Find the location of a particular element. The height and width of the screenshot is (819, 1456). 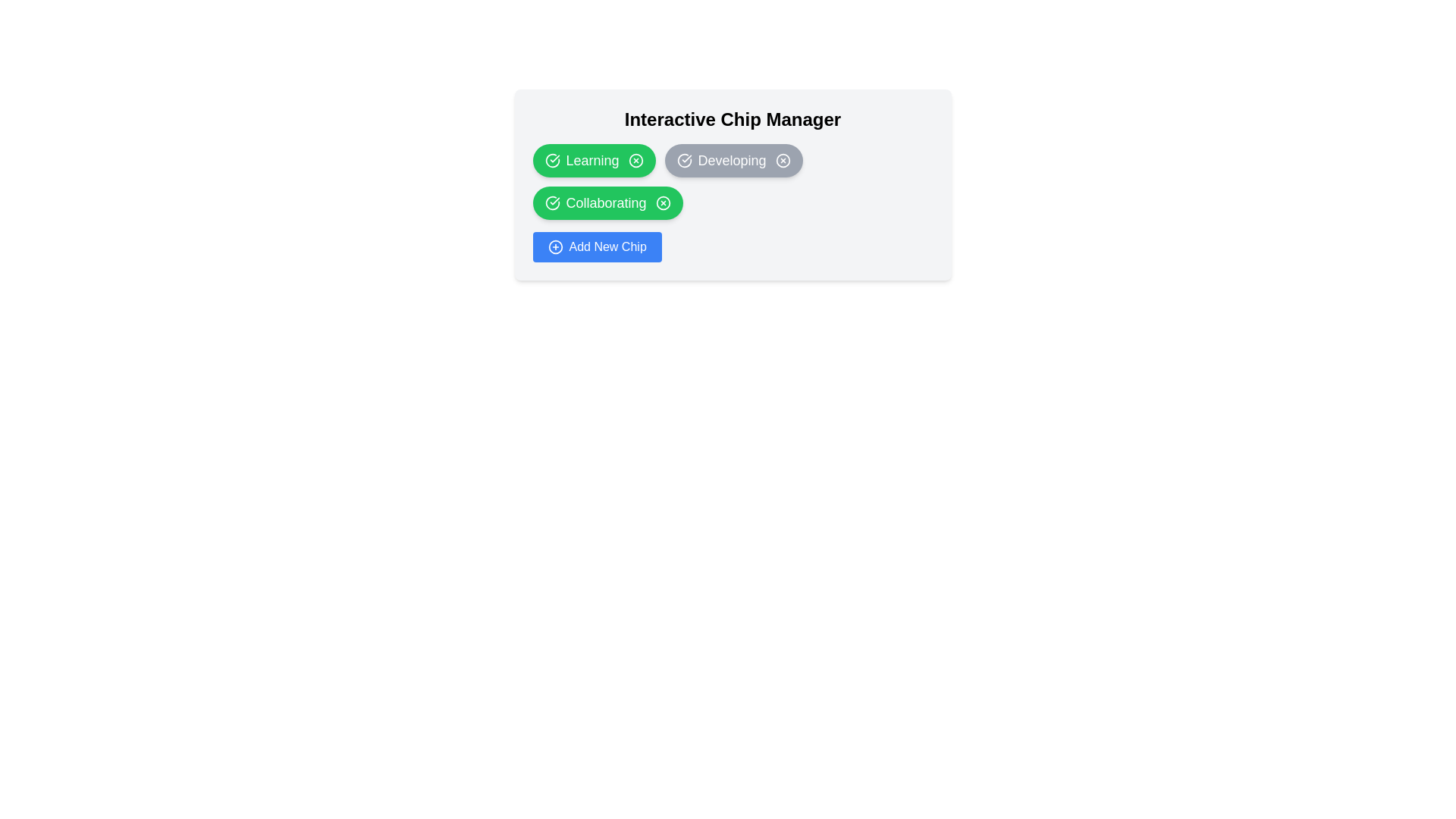

text displayed in the medium-sized label that says 'Developing', which is part of the 'Interactive Chip Manager' interface, located on the right side of the second row is located at coordinates (732, 161).